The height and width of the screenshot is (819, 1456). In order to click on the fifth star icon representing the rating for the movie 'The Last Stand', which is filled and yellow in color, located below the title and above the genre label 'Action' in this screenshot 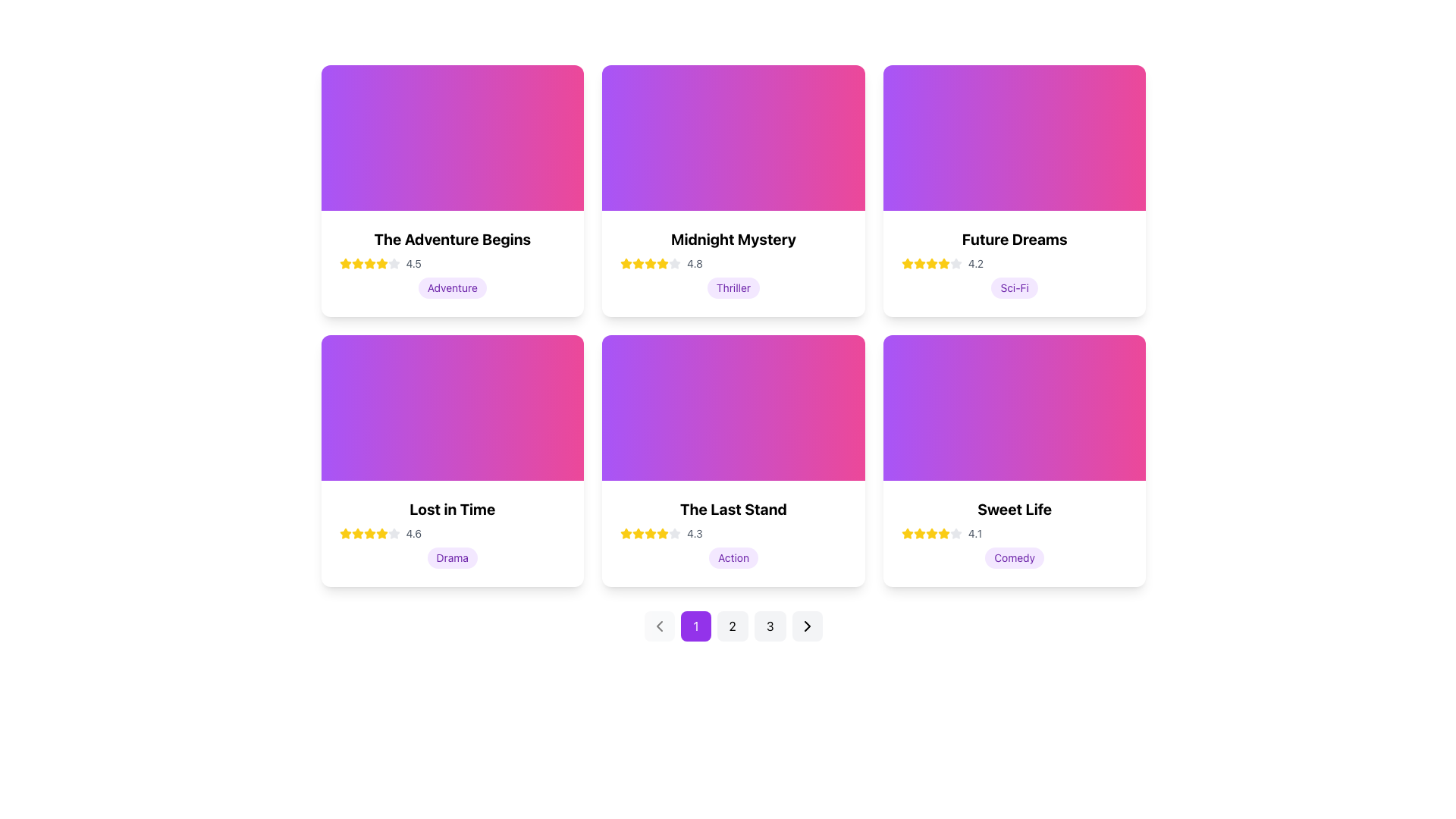, I will do `click(651, 533)`.